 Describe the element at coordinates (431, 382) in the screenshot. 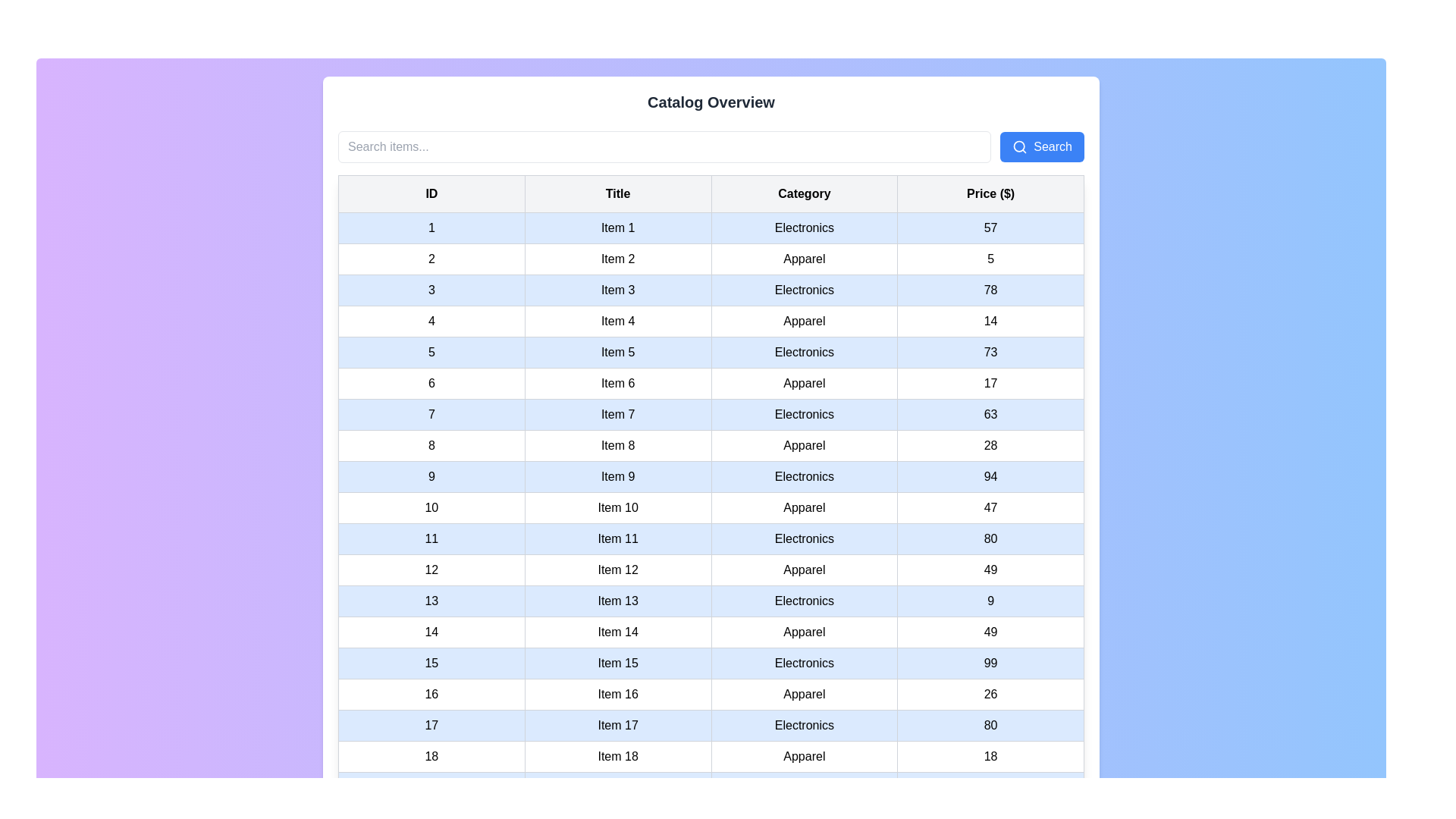

I see `value '6' from the ID table cell located in the 6th row of the table` at that location.